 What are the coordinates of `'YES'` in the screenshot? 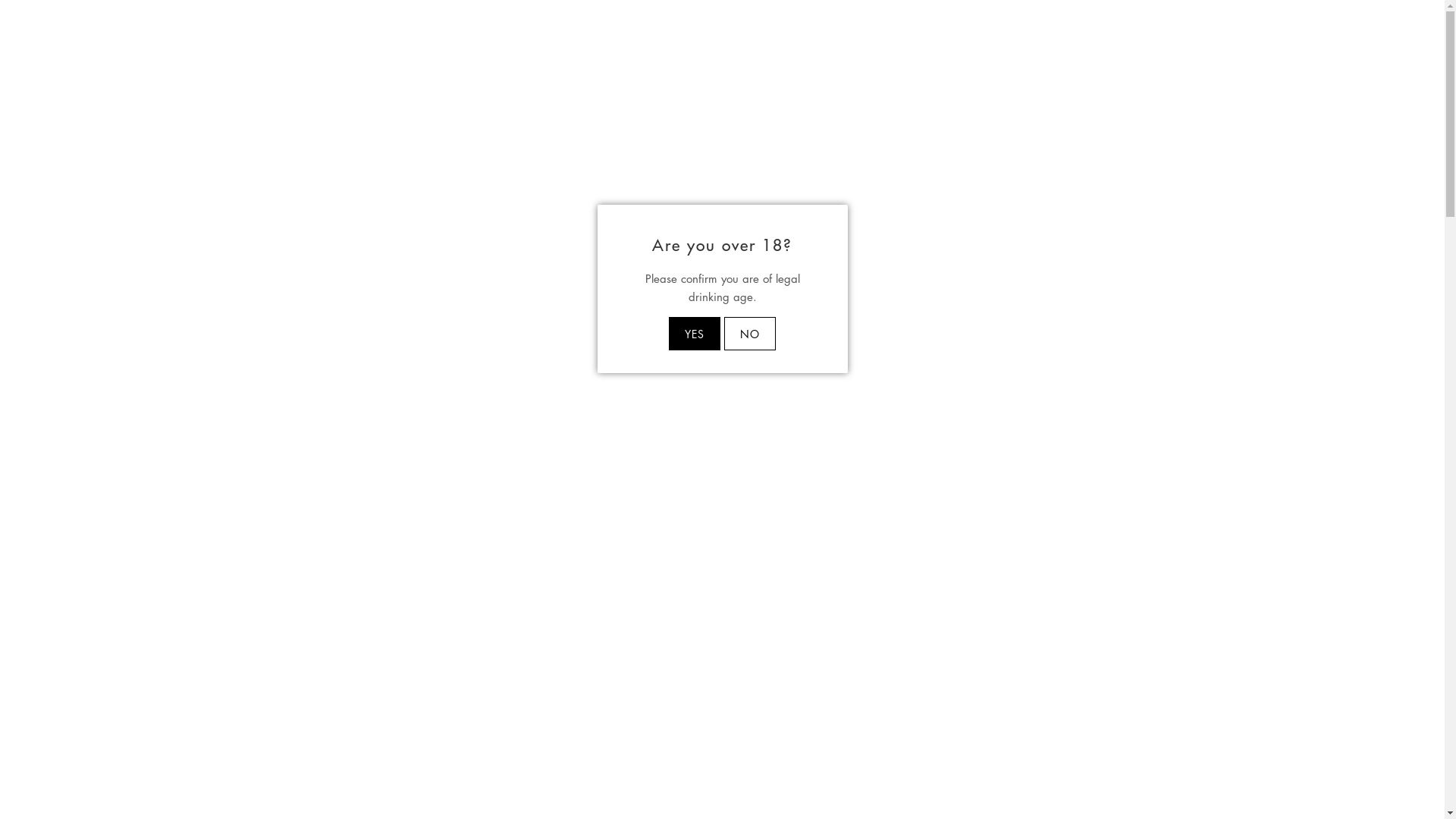 It's located at (694, 333).